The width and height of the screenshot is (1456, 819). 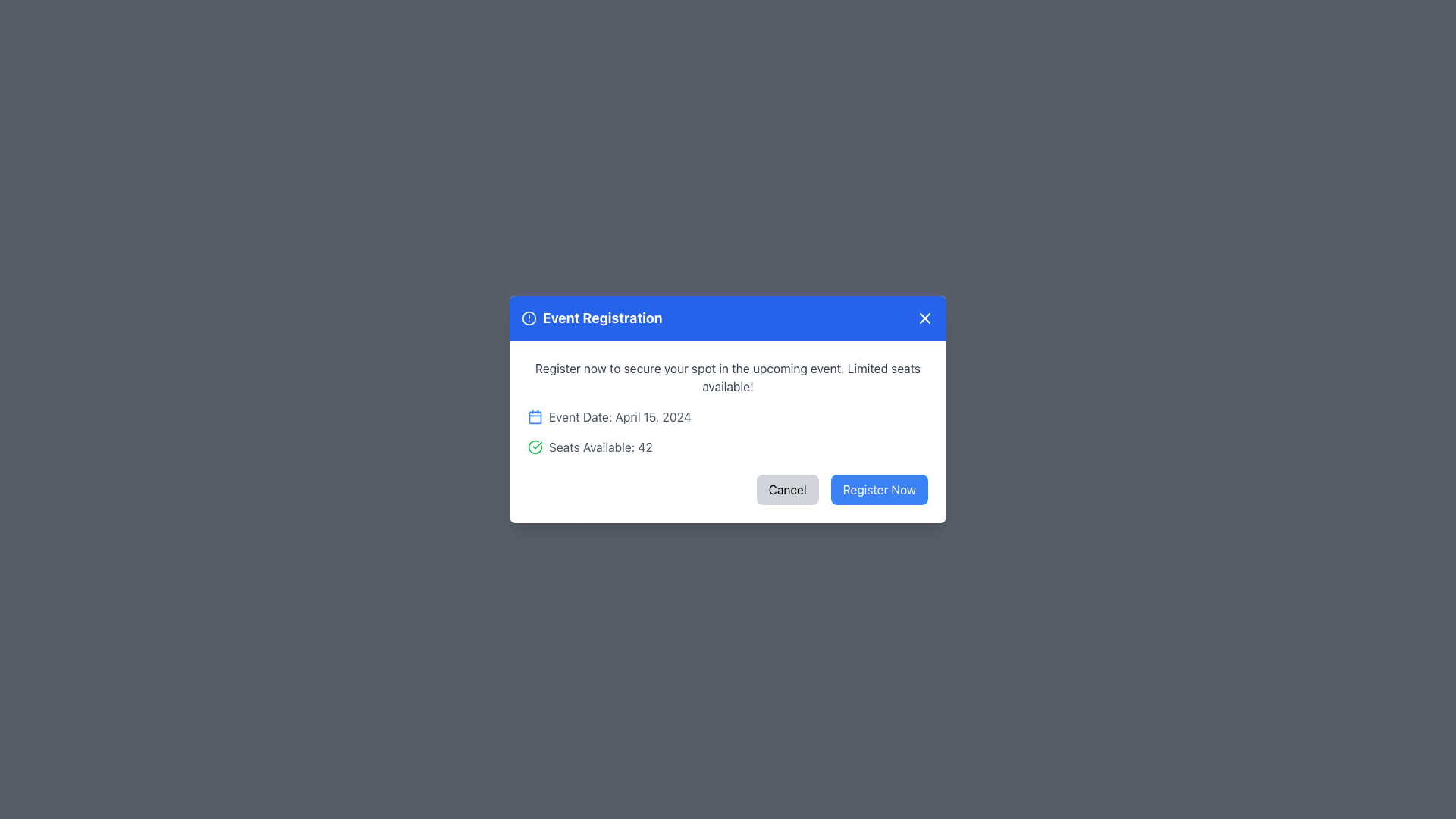 What do you see at coordinates (535, 447) in the screenshot?
I see `the positive confirmation icon indicating seat availability, located to the left of the text 'Seats Available: 42'` at bounding box center [535, 447].